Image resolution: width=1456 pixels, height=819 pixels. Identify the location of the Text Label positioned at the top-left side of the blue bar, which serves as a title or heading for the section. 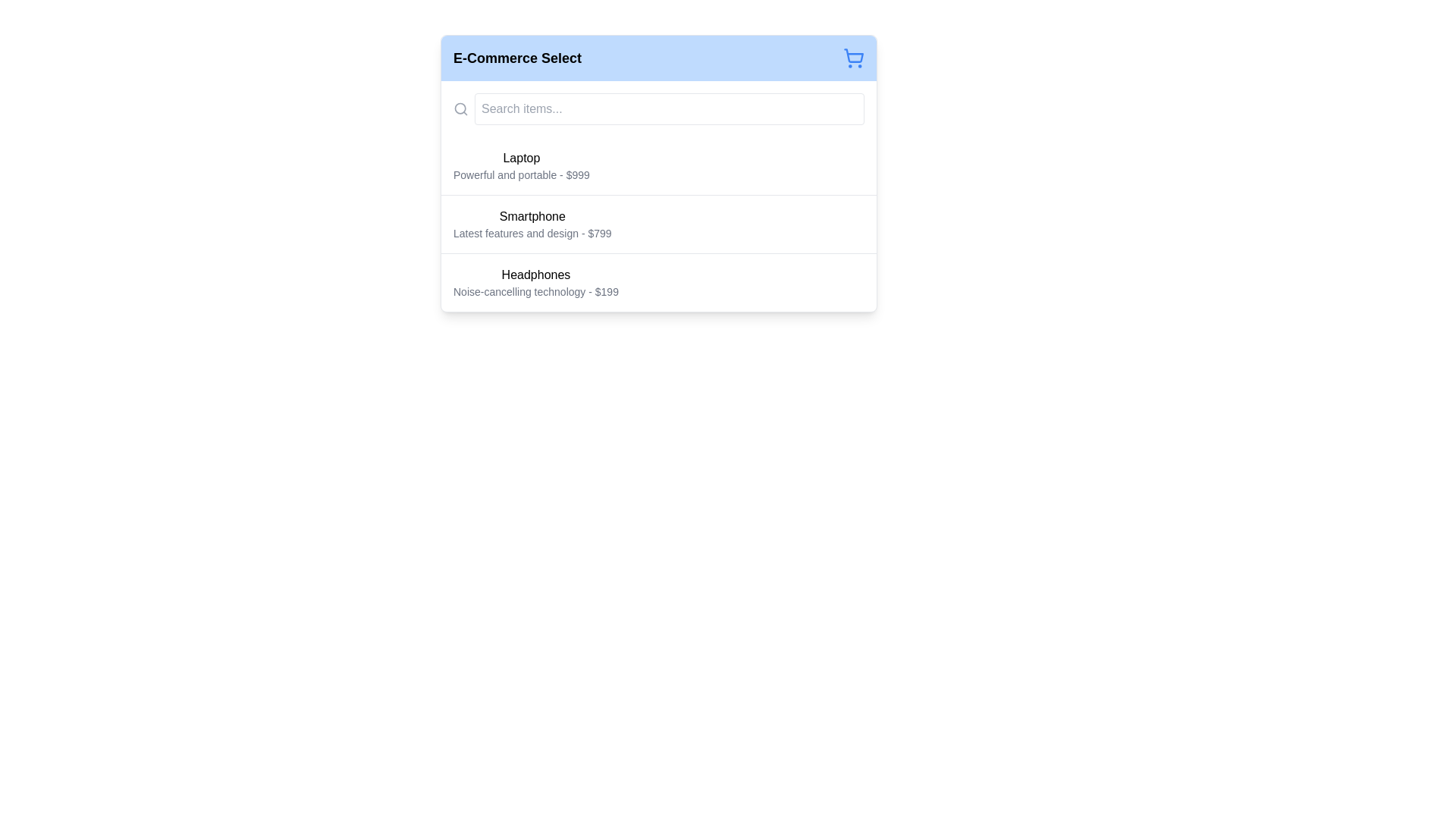
(517, 58).